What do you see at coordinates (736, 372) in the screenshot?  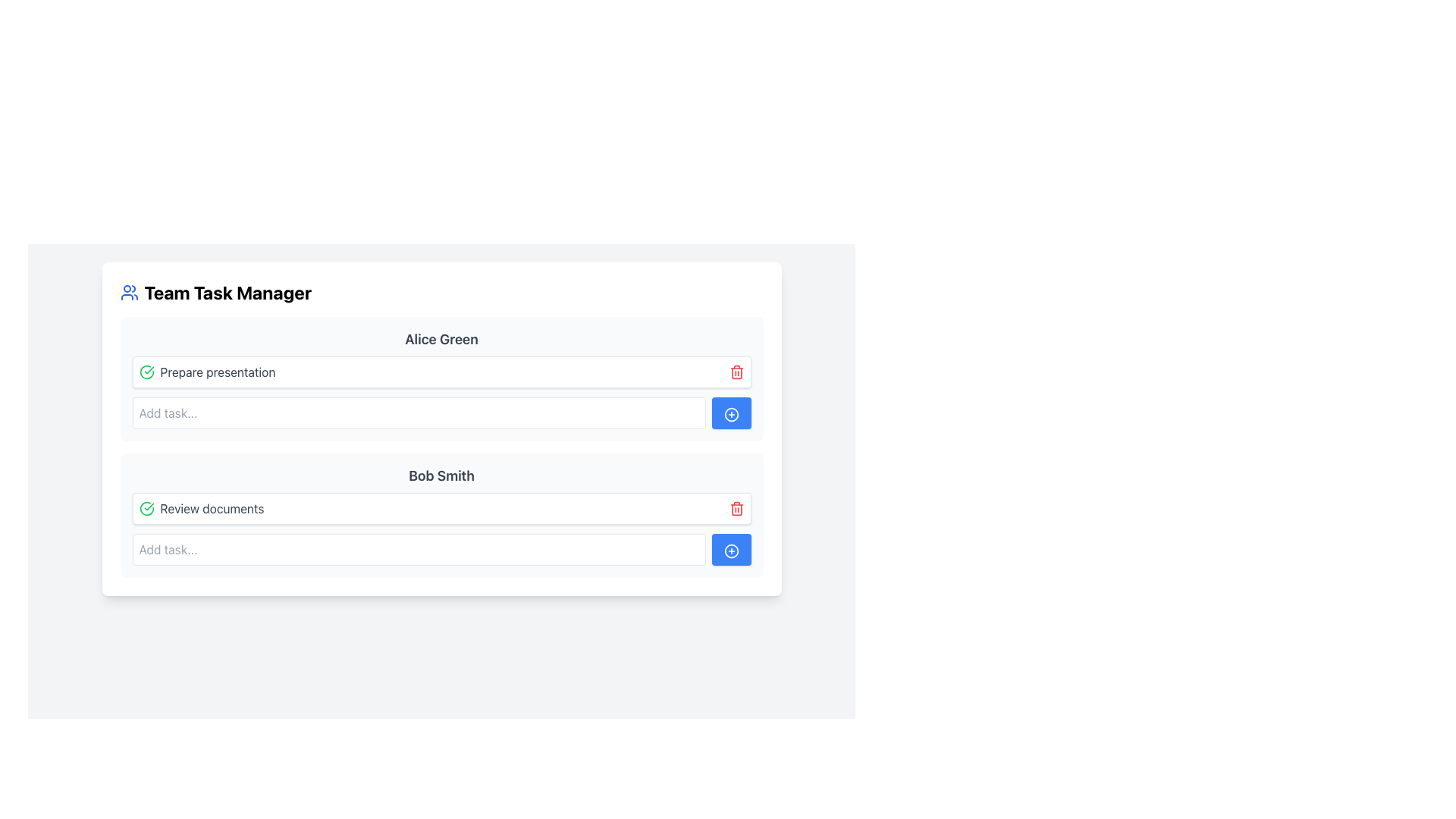 I see `the delete icon associated with the 'Prepare presentation' task` at bounding box center [736, 372].